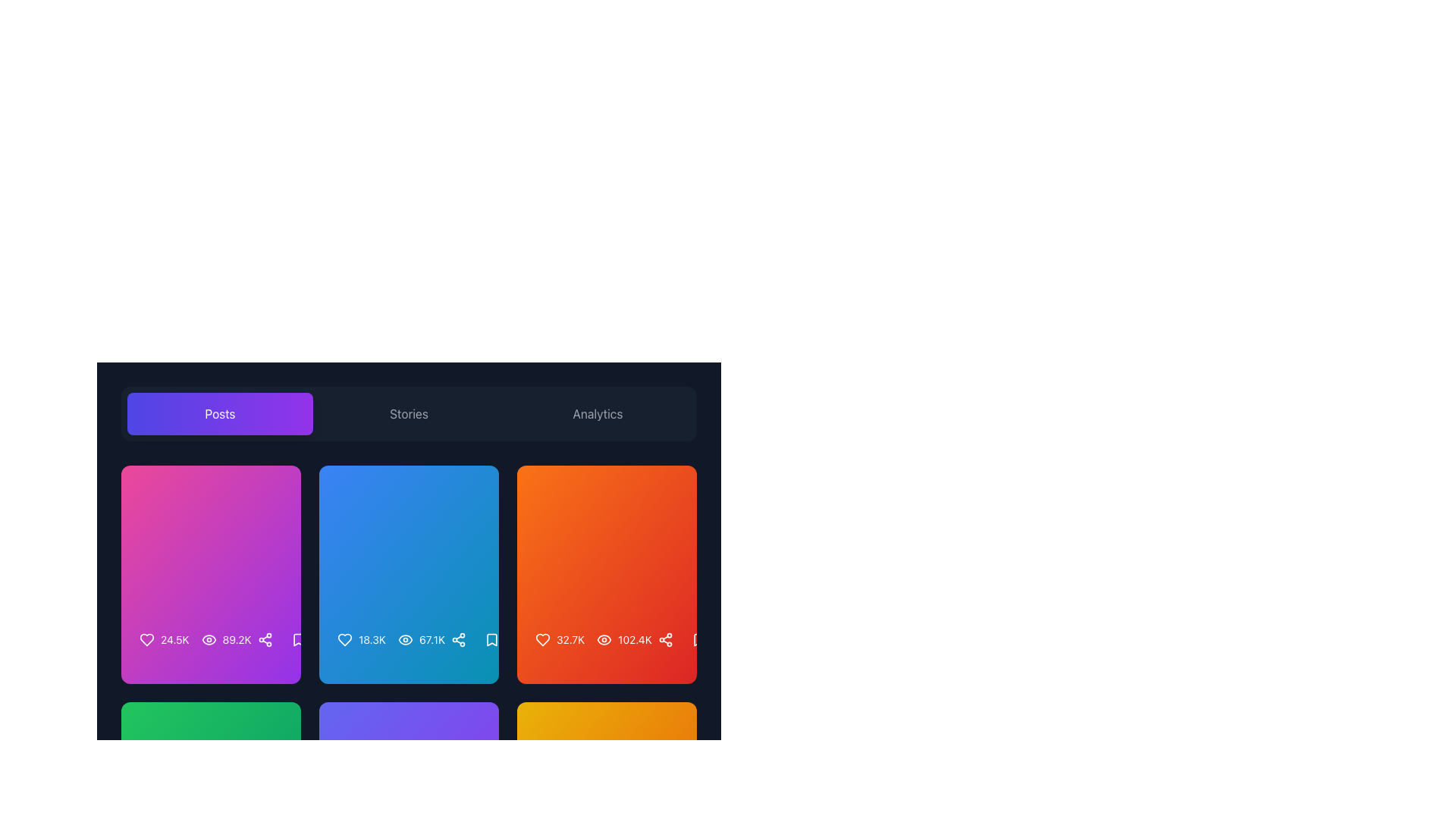 The height and width of the screenshot is (819, 1456). Describe the element at coordinates (607, 640) in the screenshot. I see `the Labels with descriptive icons located in the footer-like bar at the bottom of the orange card, which contains the data components '32.7K' and '102.4K'` at that location.